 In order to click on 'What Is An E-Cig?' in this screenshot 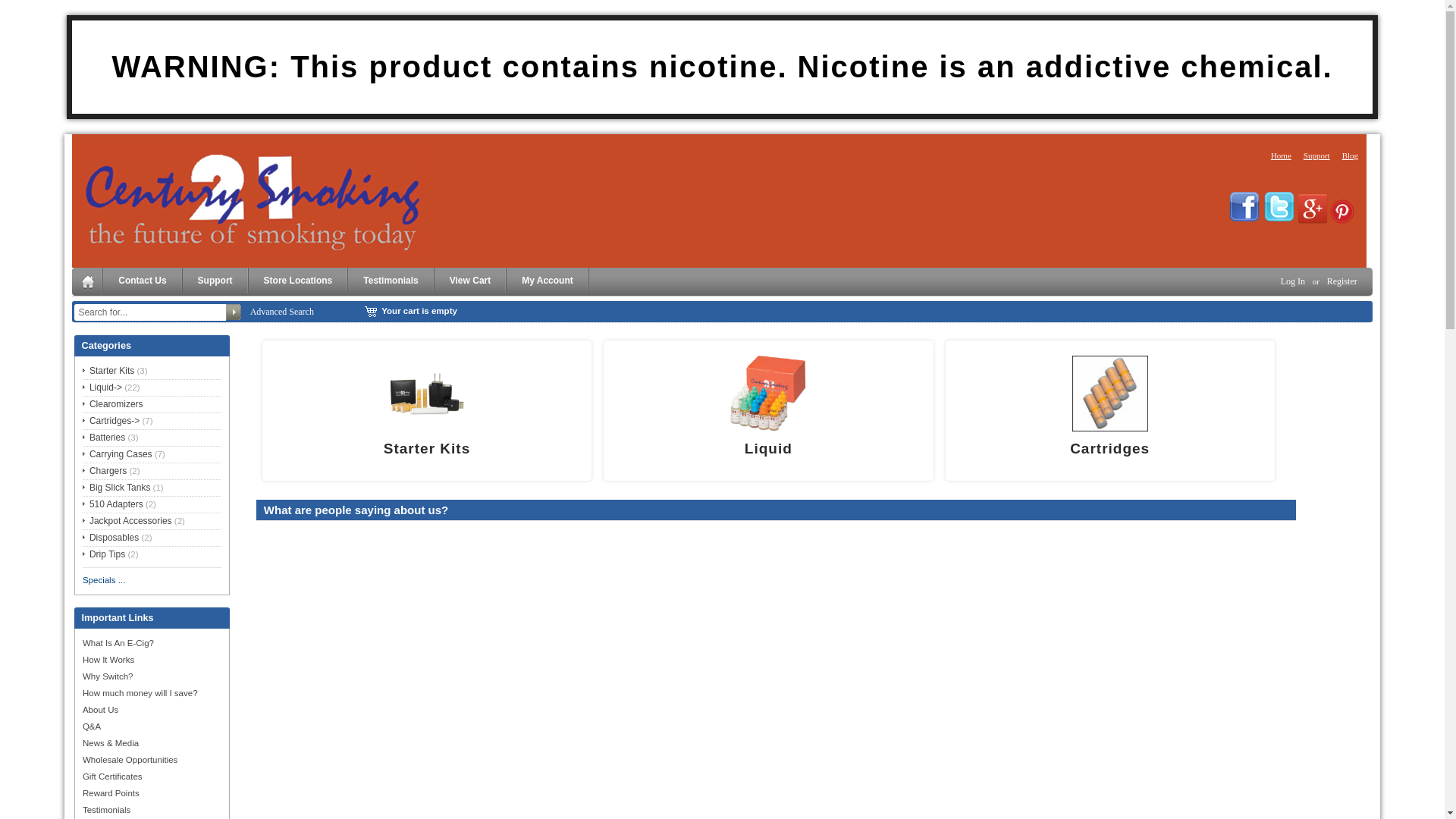, I will do `click(118, 643)`.